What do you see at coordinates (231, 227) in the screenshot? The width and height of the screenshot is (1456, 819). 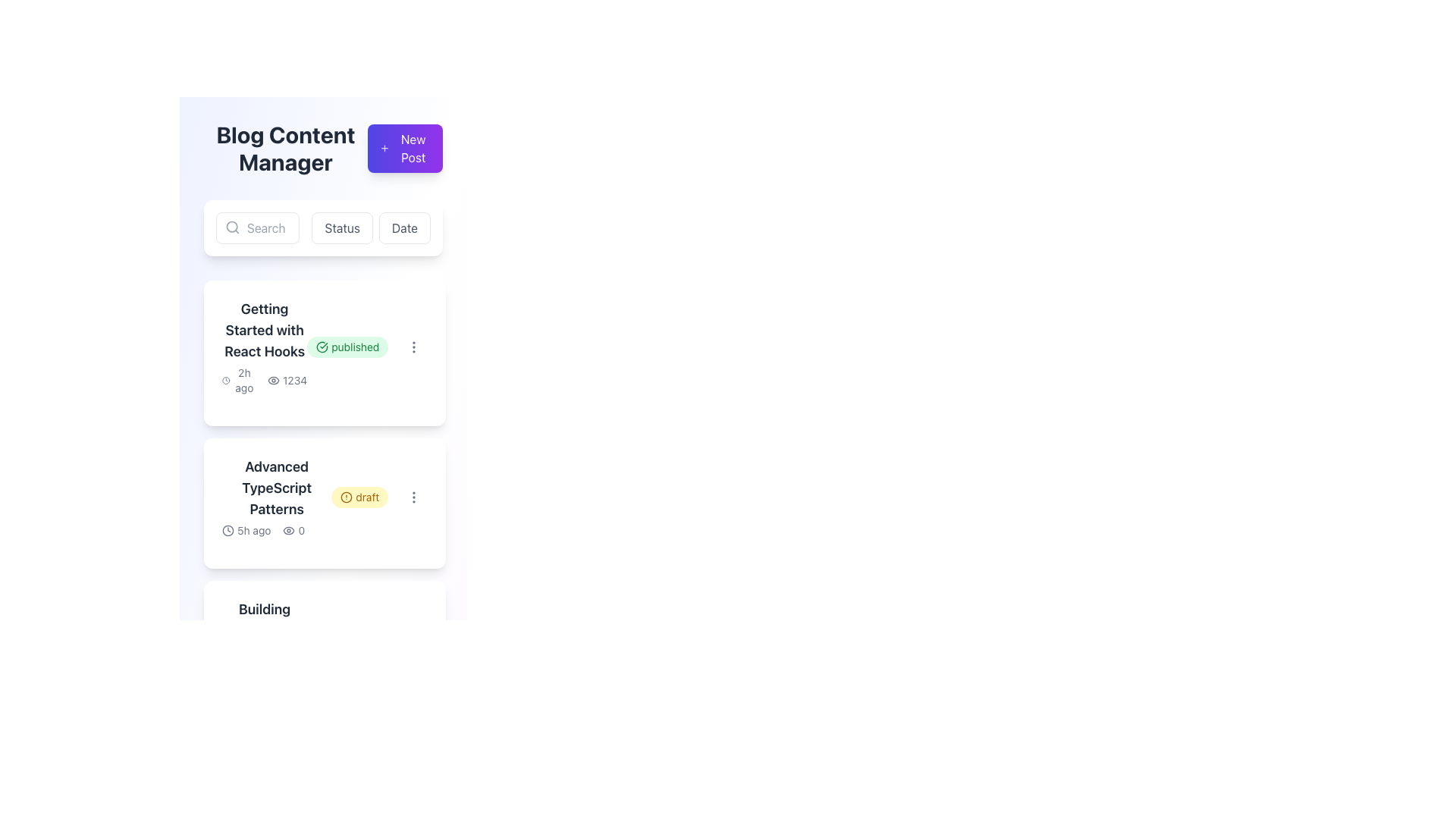 I see `the circular lens part of the magnifying glass icon, which is positioned in the top-left corner next to the 'Search' button` at bounding box center [231, 227].